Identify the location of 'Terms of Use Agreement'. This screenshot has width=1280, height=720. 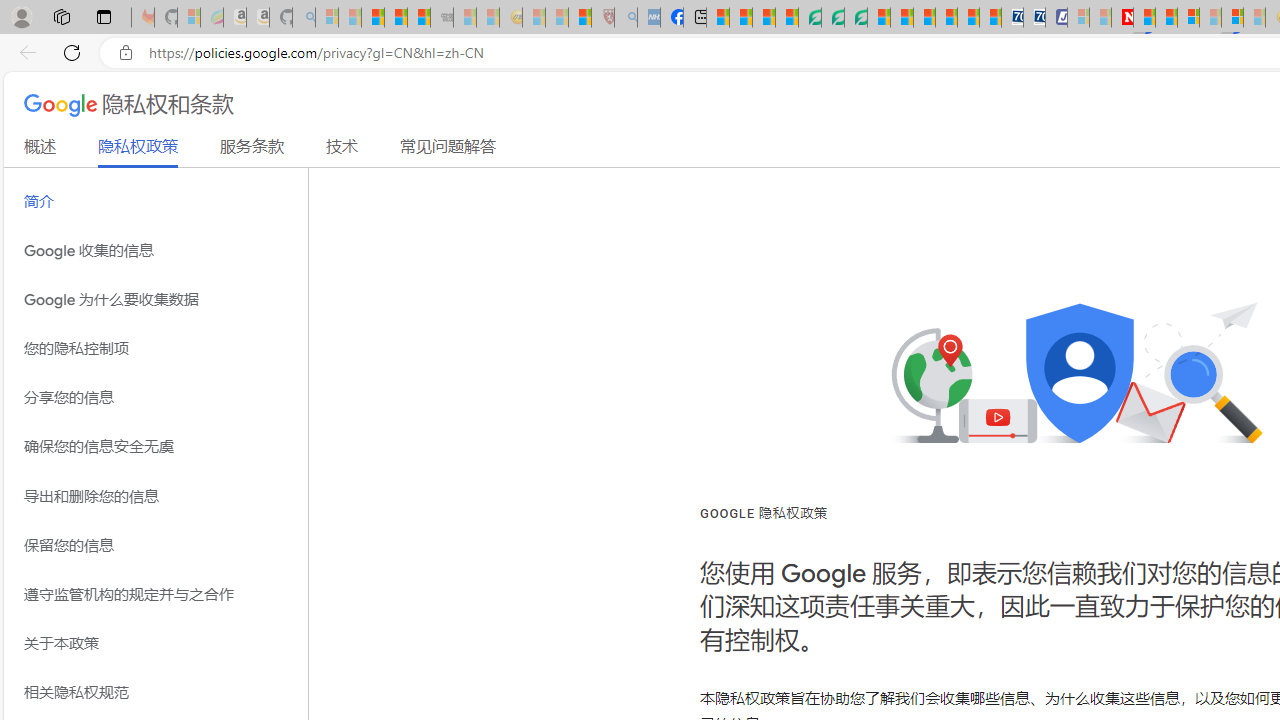
(832, 17).